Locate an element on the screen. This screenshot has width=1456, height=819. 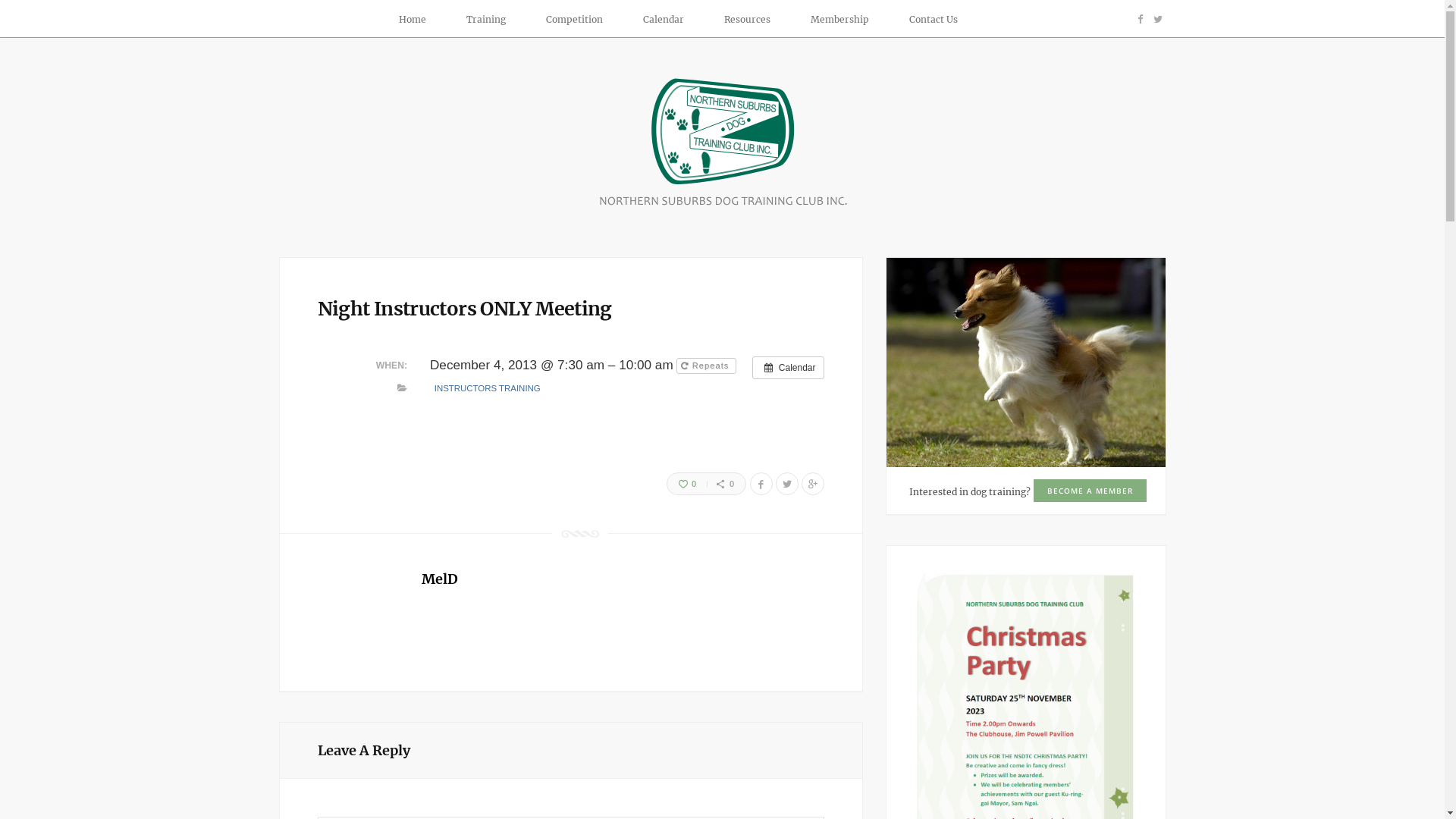
'Repeats' is located at coordinates (705, 366).